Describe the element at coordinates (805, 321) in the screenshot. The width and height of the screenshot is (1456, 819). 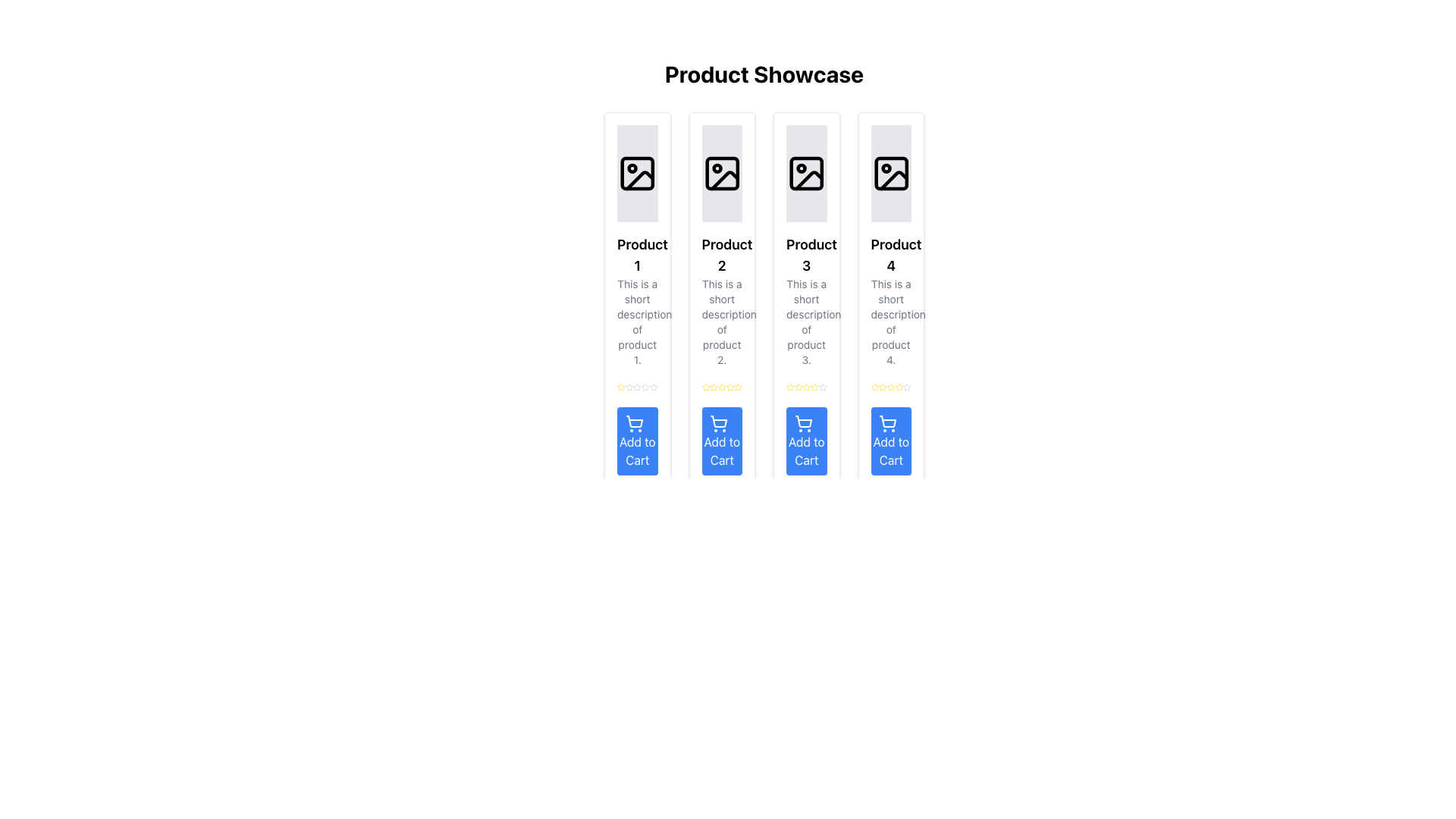
I see `descriptive text block about 'Product 3' located below the title in the third card of the product grid` at that location.